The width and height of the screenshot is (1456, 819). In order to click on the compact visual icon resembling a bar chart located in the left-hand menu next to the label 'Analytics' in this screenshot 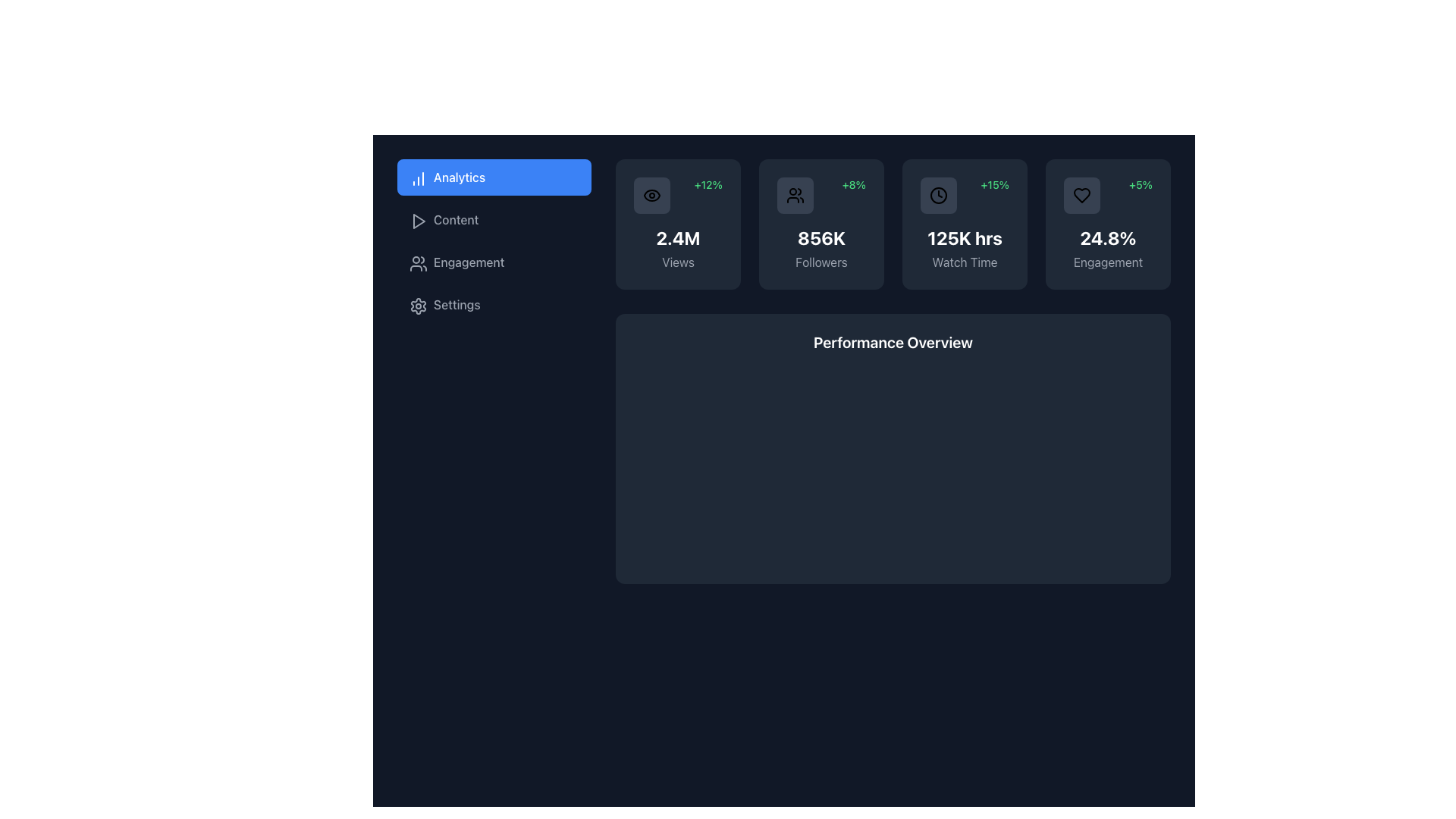, I will do `click(417, 177)`.